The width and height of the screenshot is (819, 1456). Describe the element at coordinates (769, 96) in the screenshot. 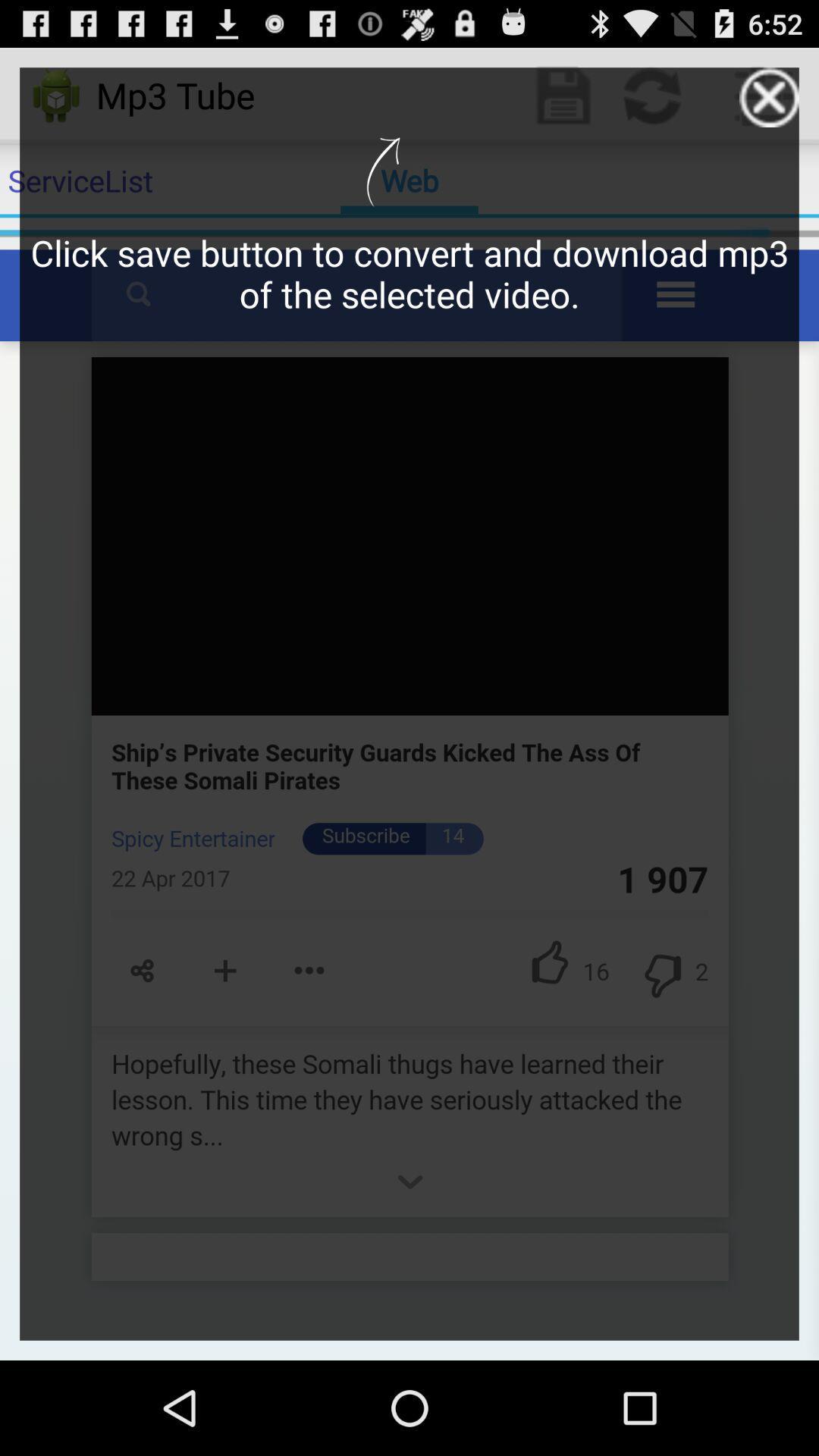

I see `video` at that location.